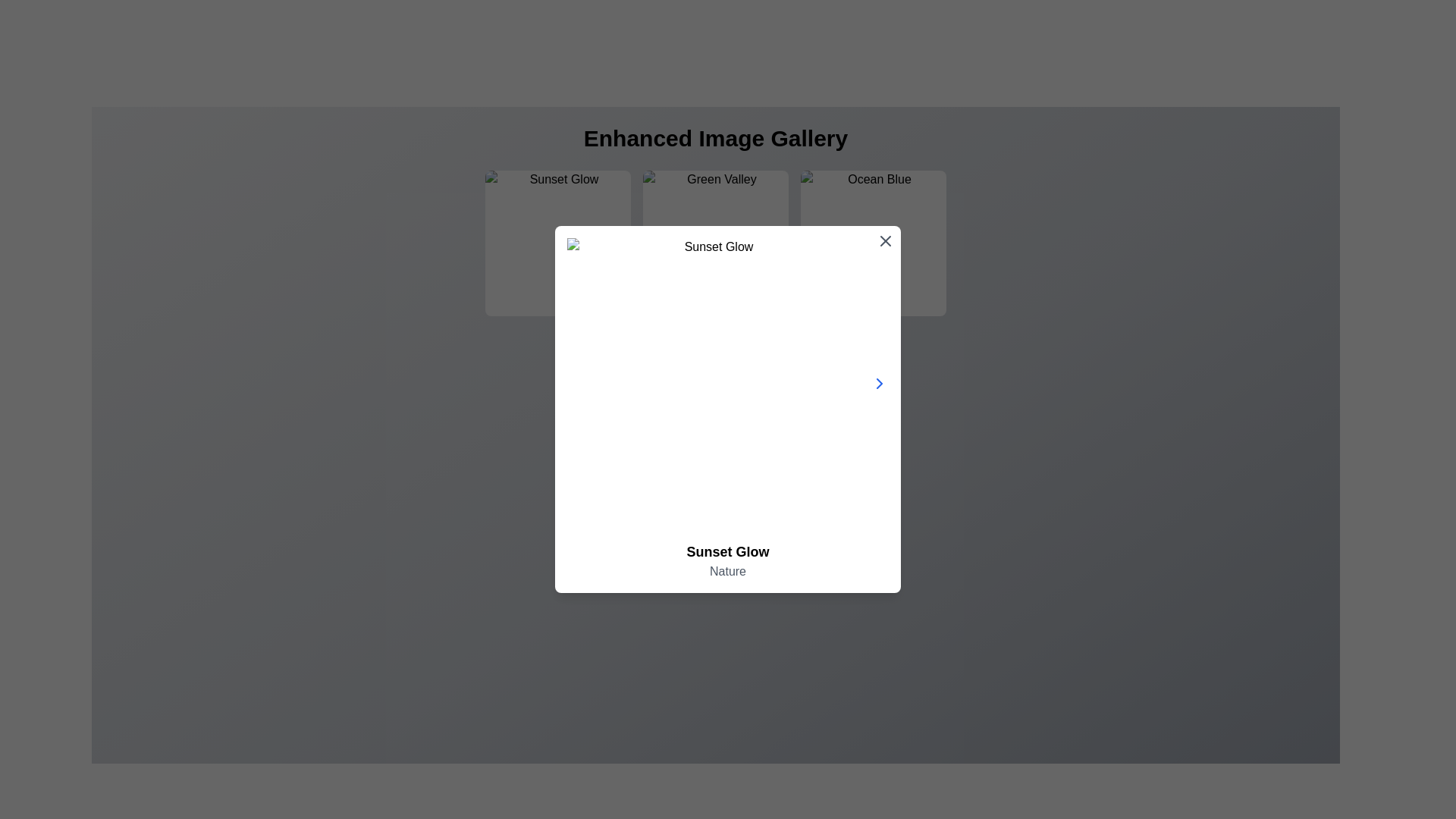  Describe the element at coordinates (885, 240) in the screenshot. I see `the close button in the top-right corner of the white modal window` at that location.